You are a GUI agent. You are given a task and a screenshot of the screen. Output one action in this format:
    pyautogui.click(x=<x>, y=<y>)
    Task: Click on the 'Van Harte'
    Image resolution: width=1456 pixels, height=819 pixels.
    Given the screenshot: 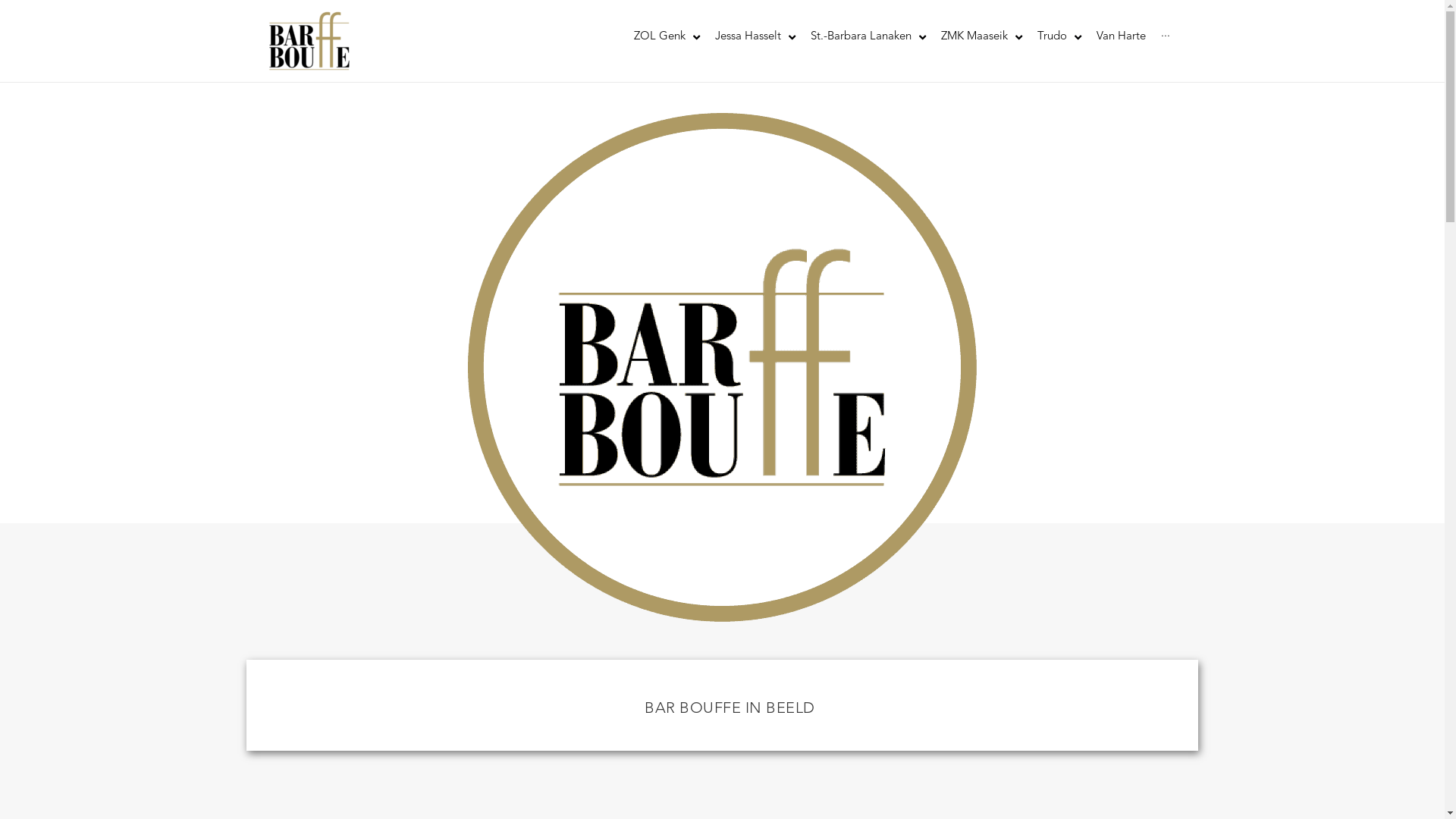 What is the action you would take?
    pyautogui.click(x=1121, y=36)
    